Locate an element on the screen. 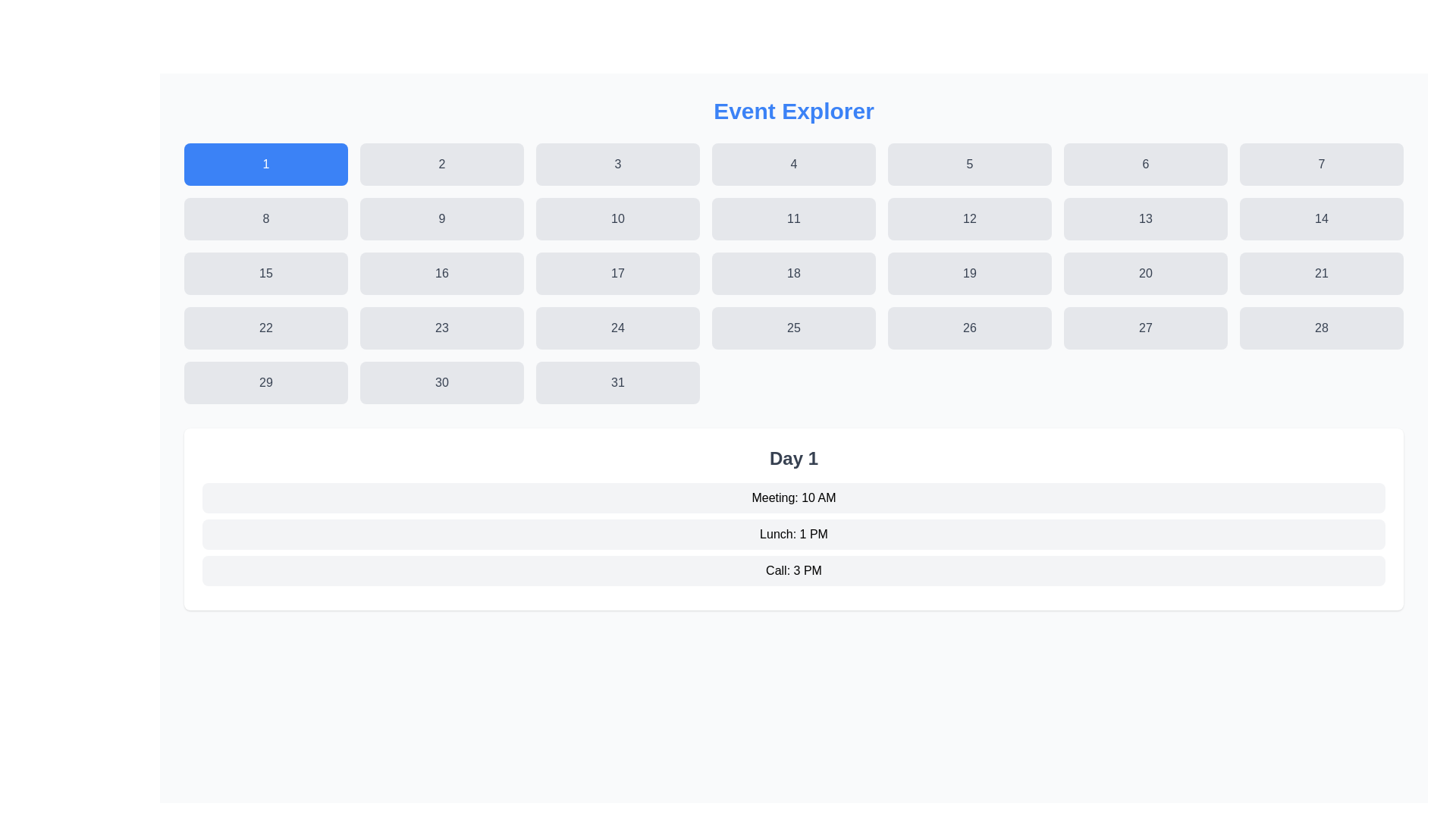 The height and width of the screenshot is (819, 1456). the rectangular button labeled '12' with a gray background and rounded corners, located in the second row, fifth column of the Event Explorer grid is located at coordinates (968, 219).